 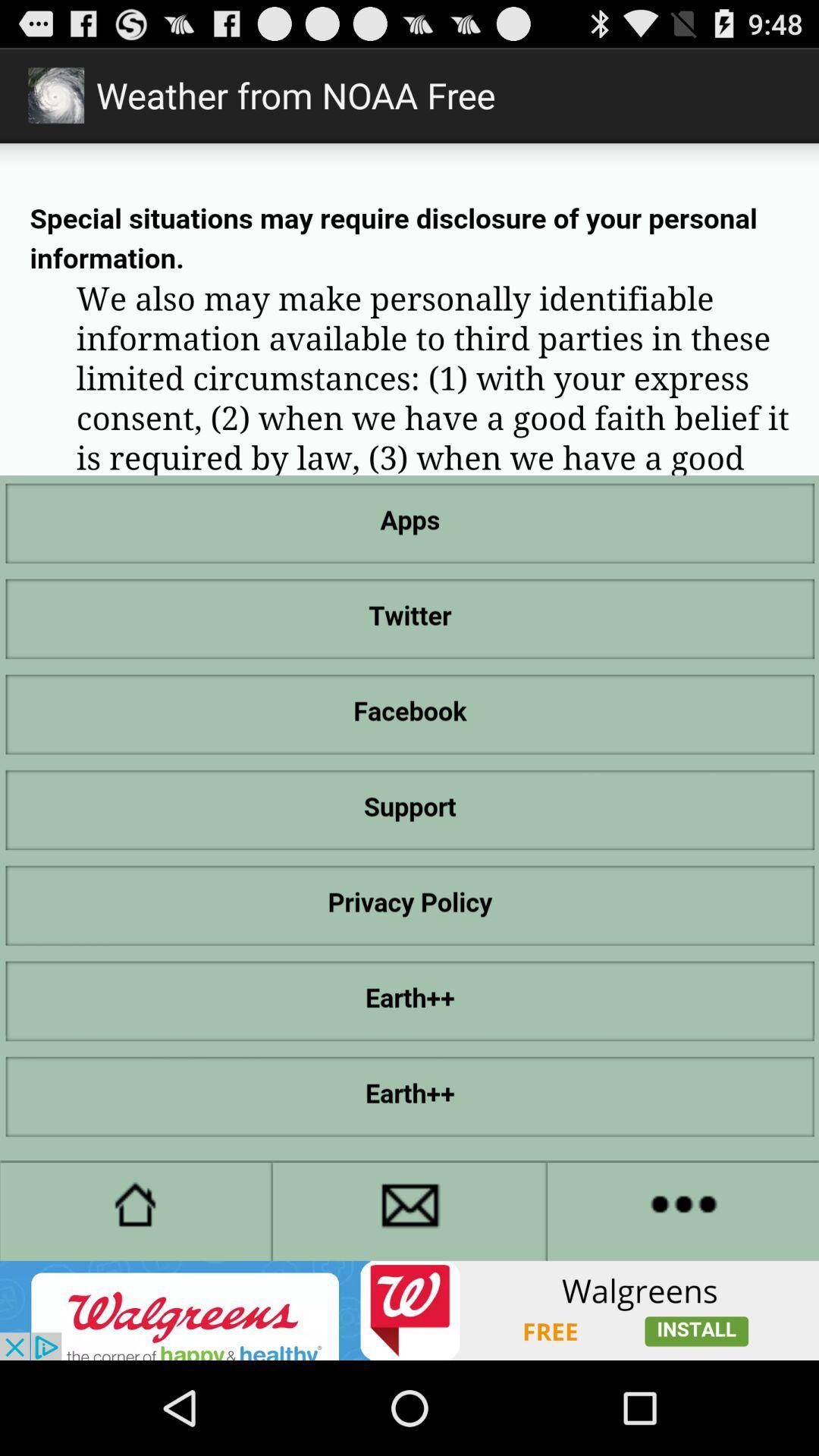 What do you see at coordinates (409, 1310) in the screenshot?
I see `bit news` at bounding box center [409, 1310].